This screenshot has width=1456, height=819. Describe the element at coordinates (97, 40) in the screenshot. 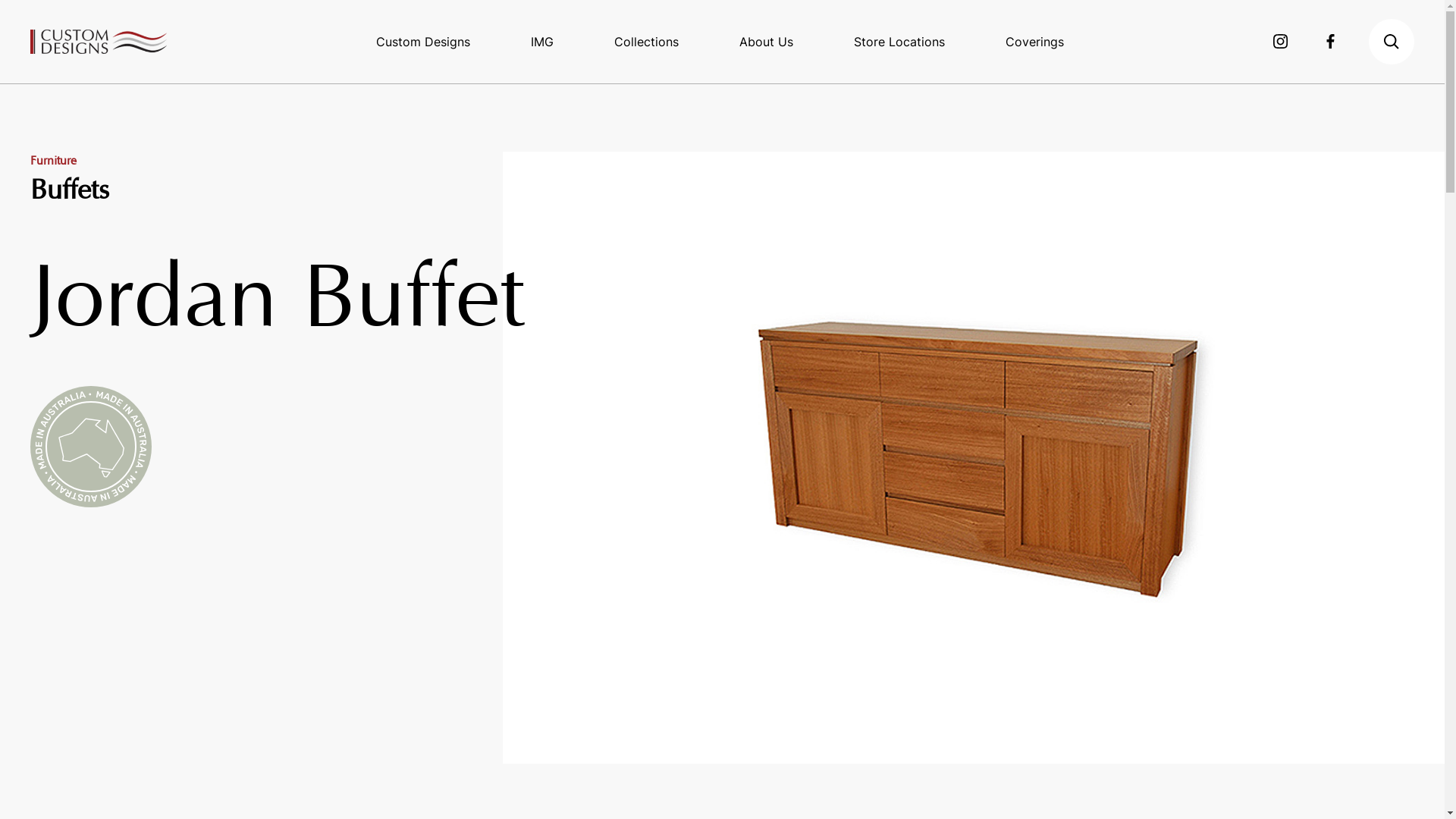

I see `'Custom Designs'` at that location.